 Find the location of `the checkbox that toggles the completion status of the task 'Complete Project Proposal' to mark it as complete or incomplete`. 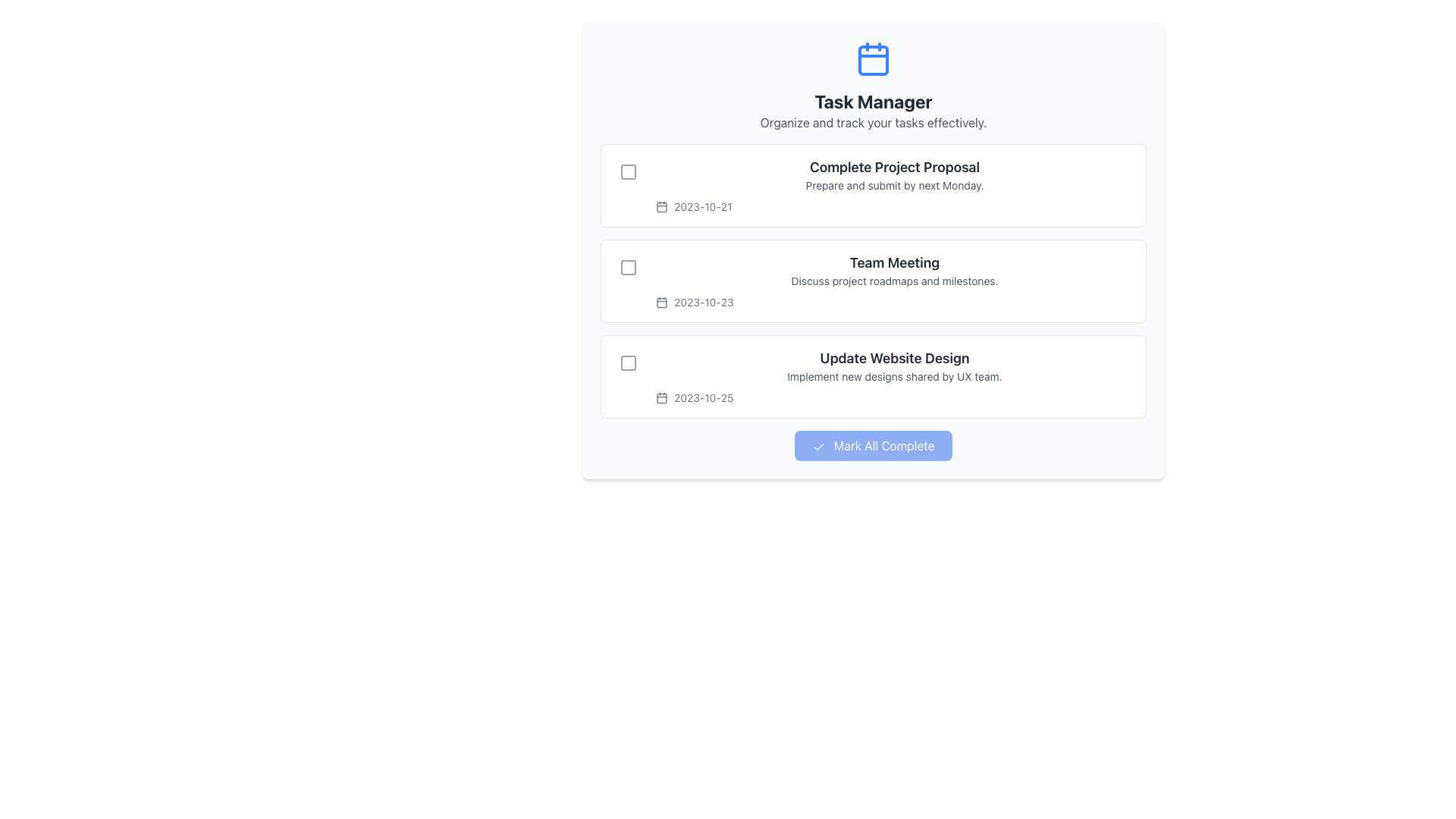

the checkbox that toggles the completion status of the task 'Complete Project Proposal' to mark it as complete or incomplete is located at coordinates (629, 171).